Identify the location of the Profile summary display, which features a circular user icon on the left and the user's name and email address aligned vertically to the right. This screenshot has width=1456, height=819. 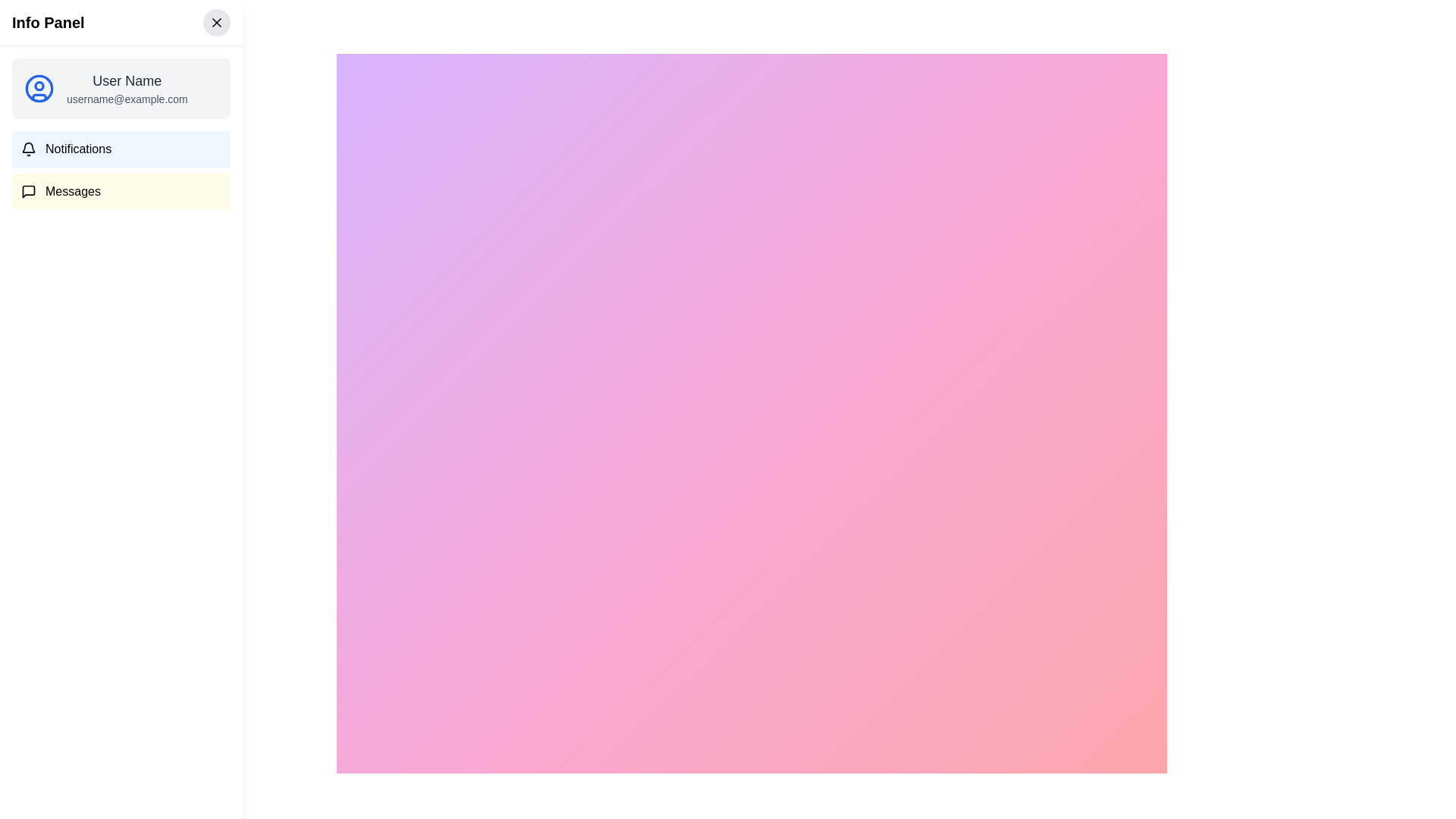
(120, 88).